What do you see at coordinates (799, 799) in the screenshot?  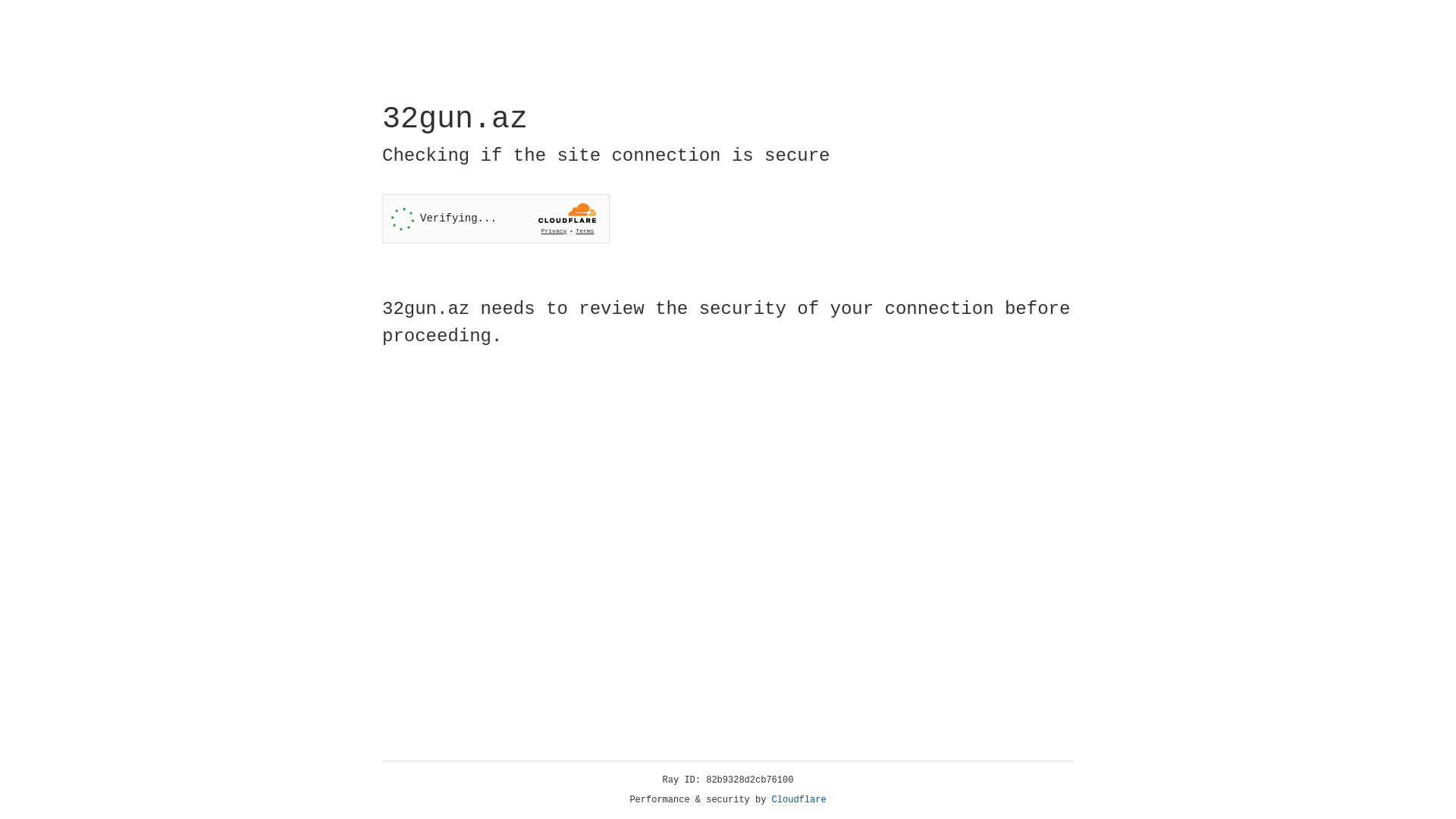 I see `'Cloudflare'` at bounding box center [799, 799].